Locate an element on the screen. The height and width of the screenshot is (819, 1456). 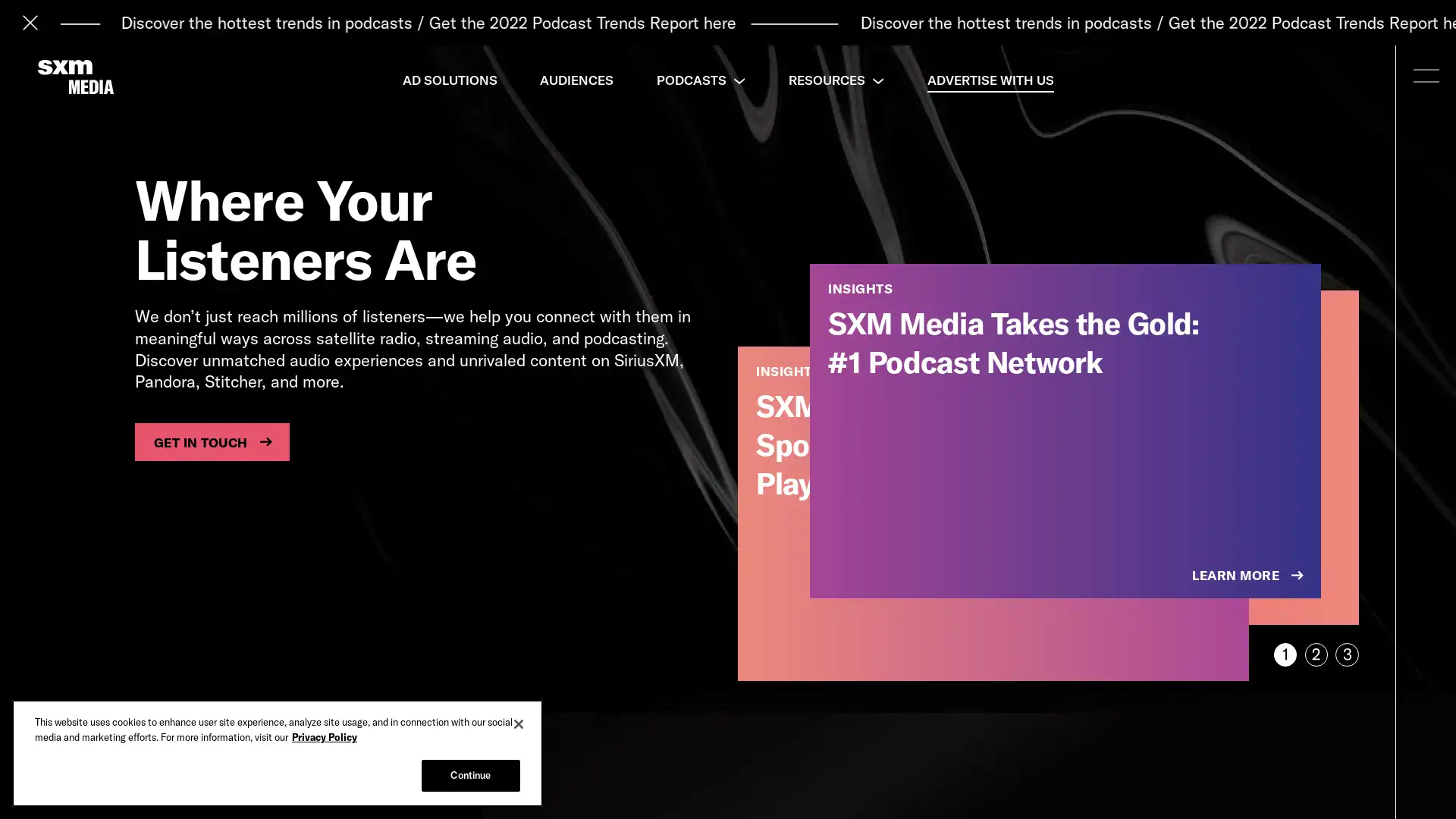
GET IN TOUCH is located at coordinates (211, 441).